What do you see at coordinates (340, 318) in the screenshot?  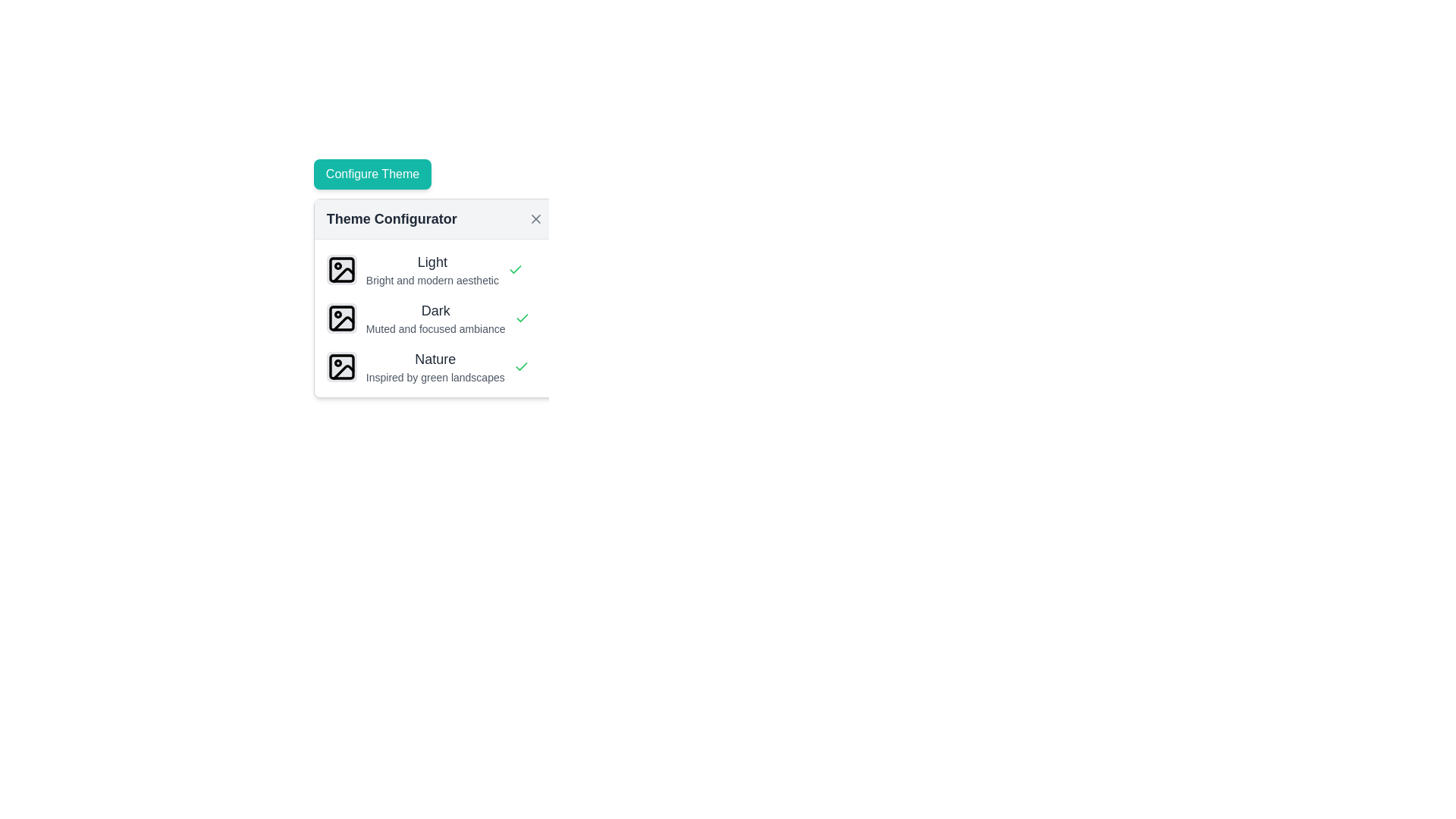 I see `the leftmost icon in the second row of the 'Theme Configurator' interface that represents the 'Dark' theme option` at bounding box center [340, 318].